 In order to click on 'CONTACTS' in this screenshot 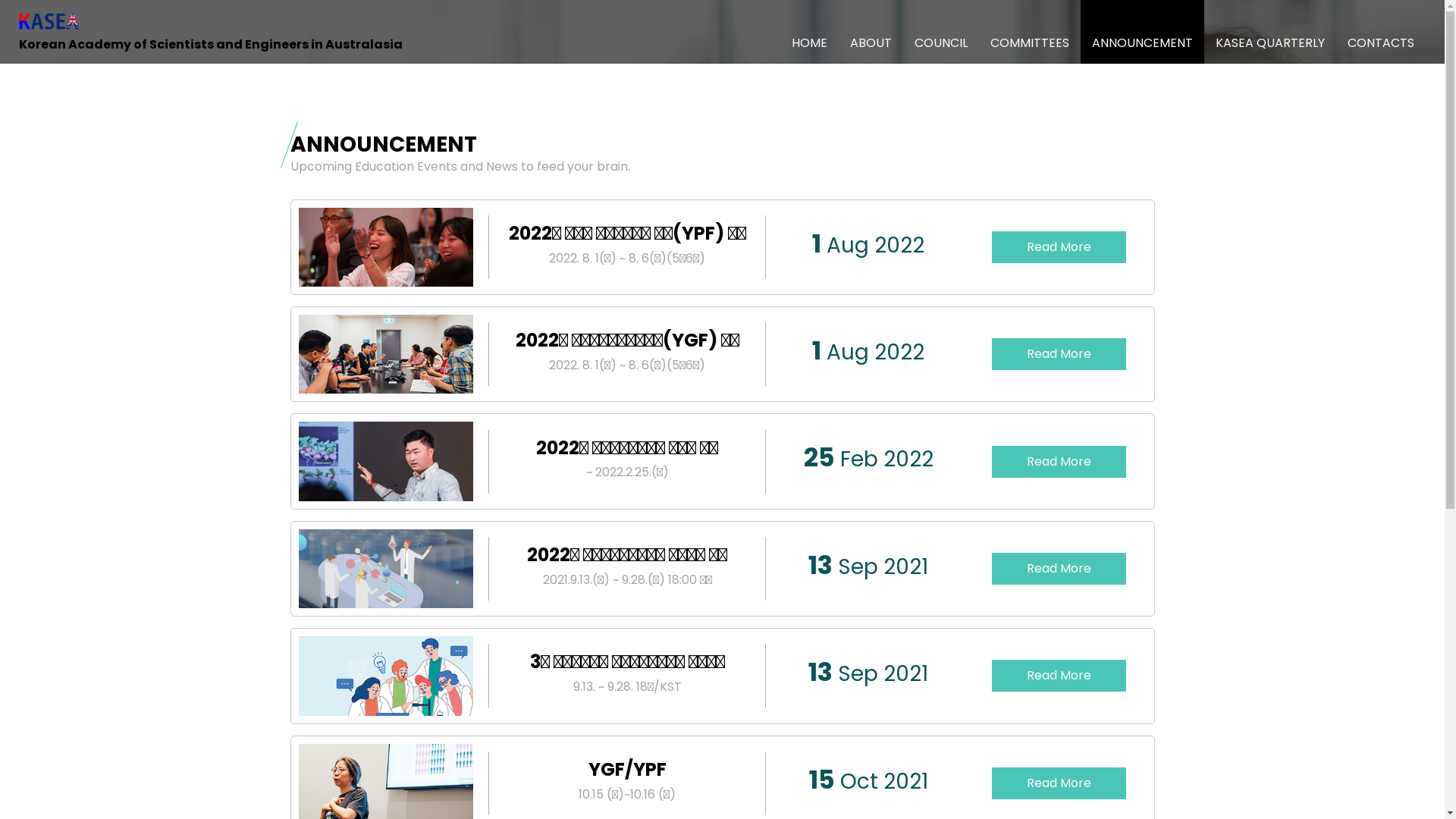, I will do `click(1380, 32)`.